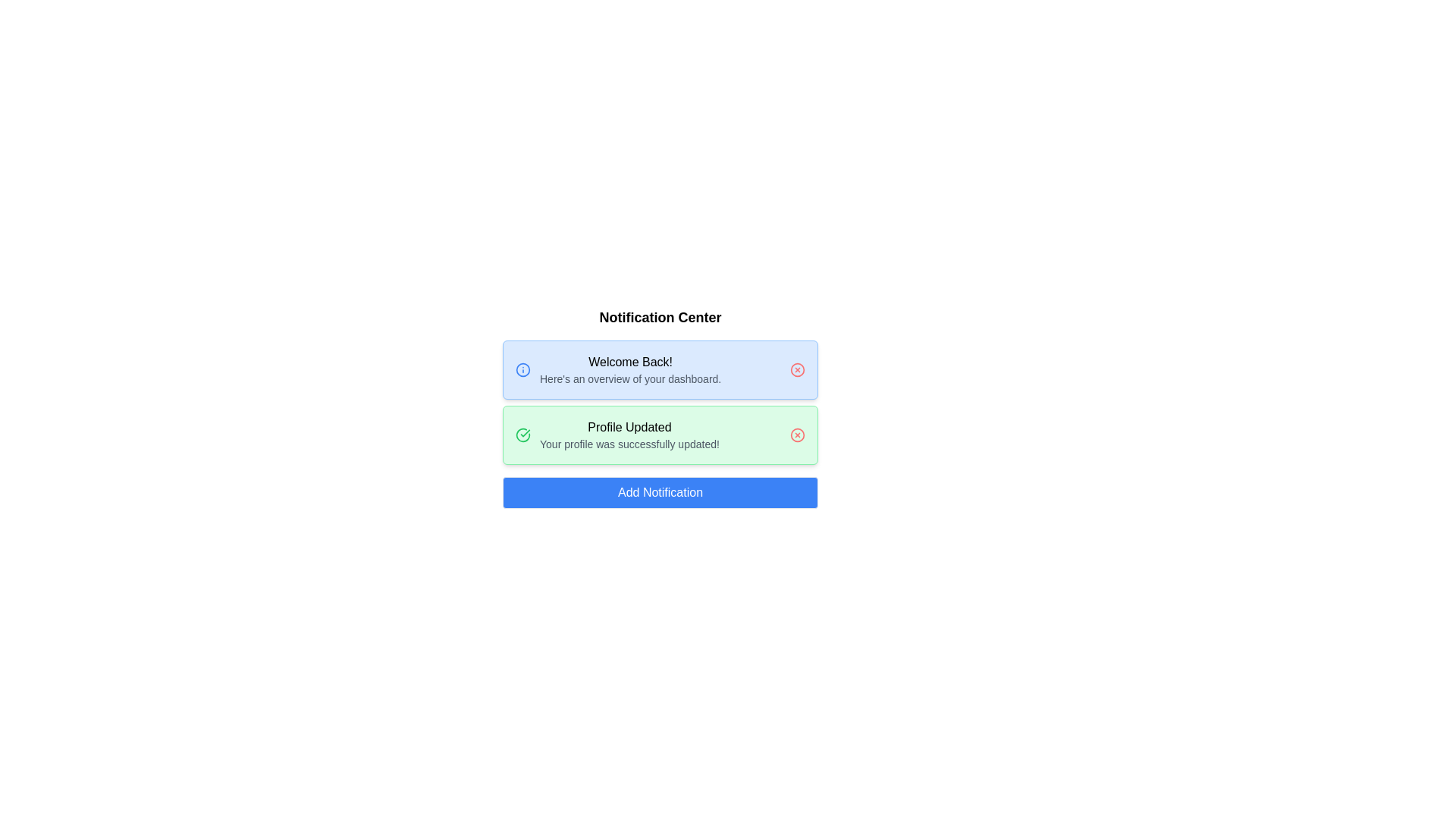 Image resolution: width=1456 pixels, height=819 pixels. Describe the element at coordinates (629, 444) in the screenshot. I see `contents of the text label displaying 'Your profile was successfully updated!', which is a confirmation message located below the heading 'Profile Updated' in a light green notification card` at that location.